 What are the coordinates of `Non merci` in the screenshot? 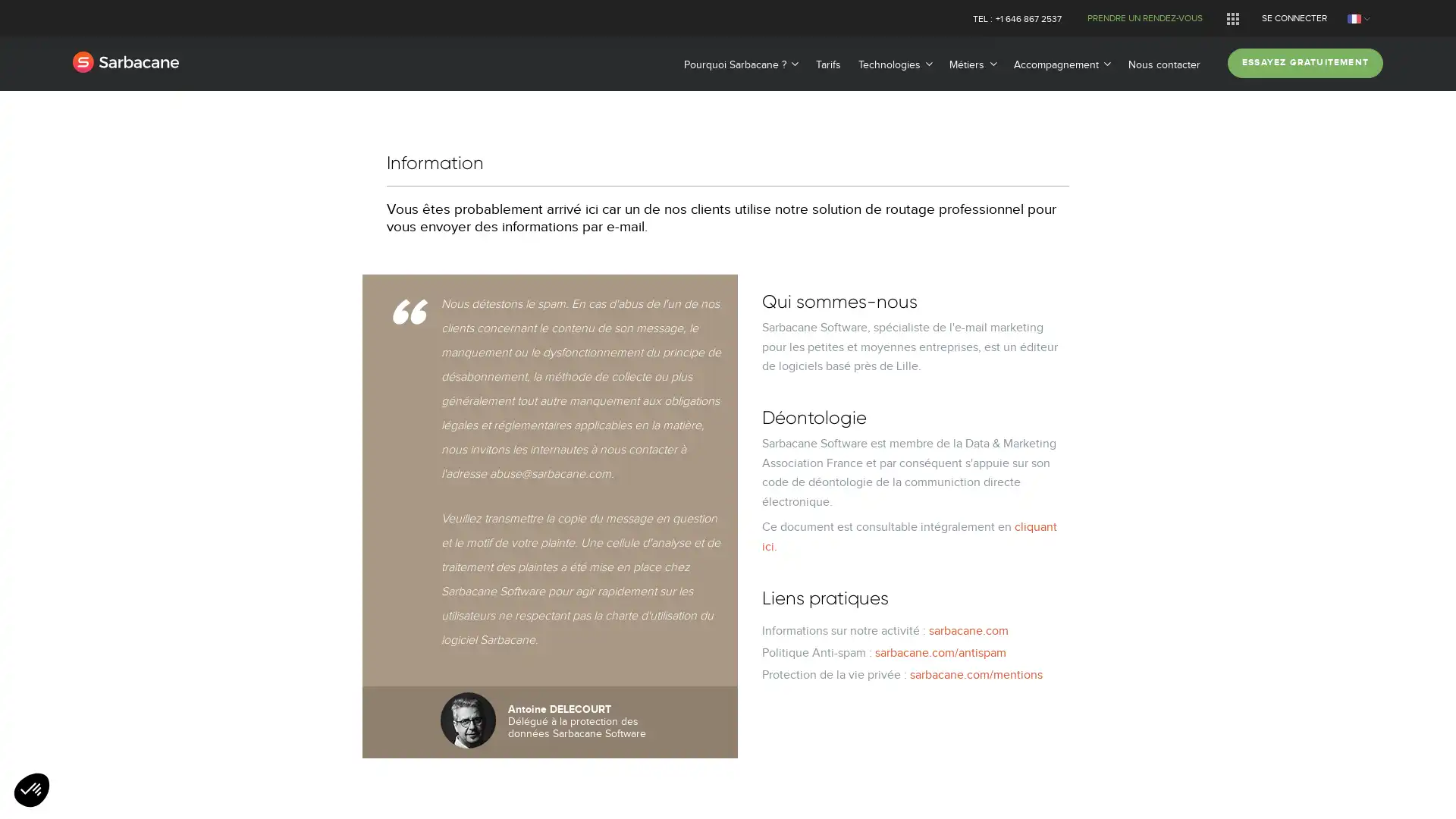 It's located at (607, 513).